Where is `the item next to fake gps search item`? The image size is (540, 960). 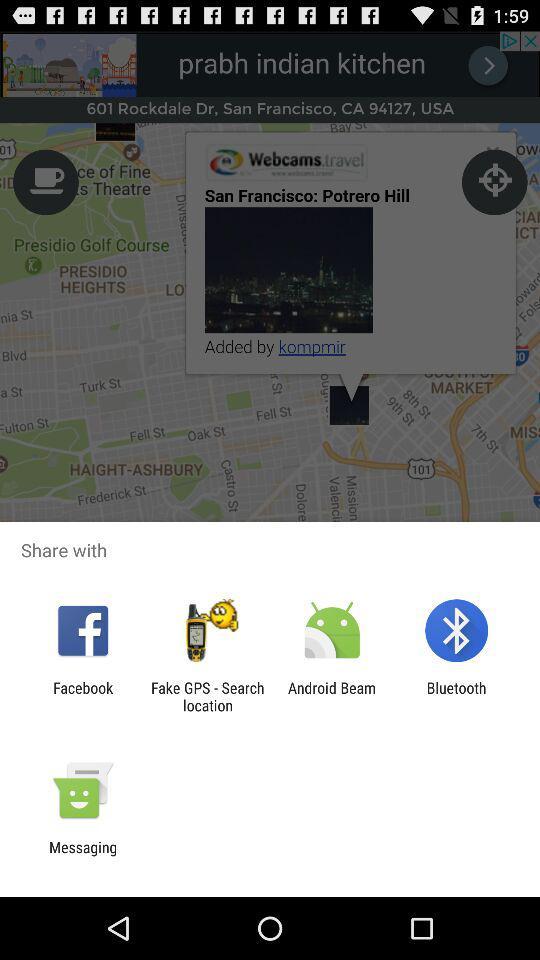 the item next to fake gps search item is located at coordinates (332, 696).